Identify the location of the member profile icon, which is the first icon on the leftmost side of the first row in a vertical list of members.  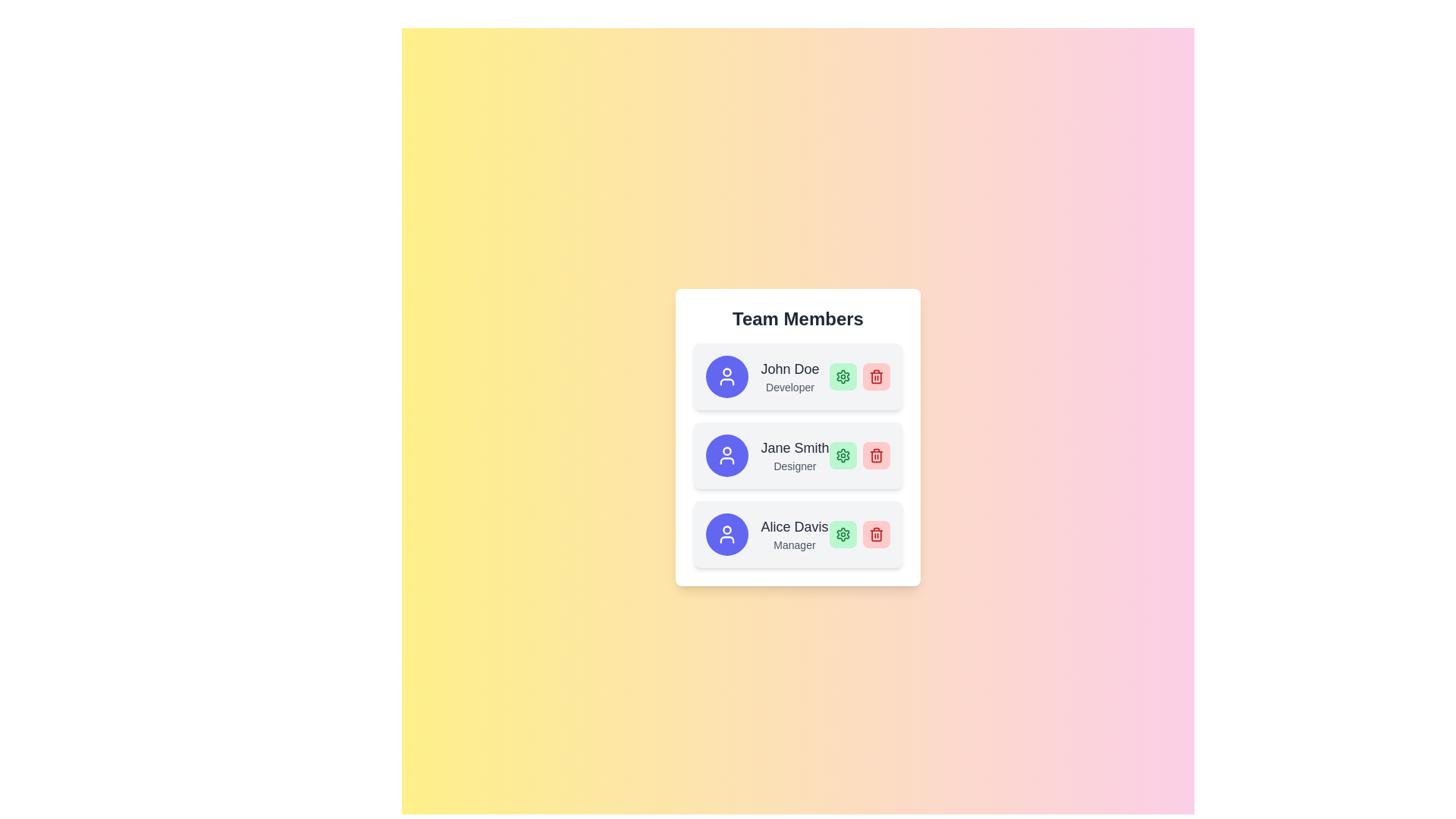
(726, 376).